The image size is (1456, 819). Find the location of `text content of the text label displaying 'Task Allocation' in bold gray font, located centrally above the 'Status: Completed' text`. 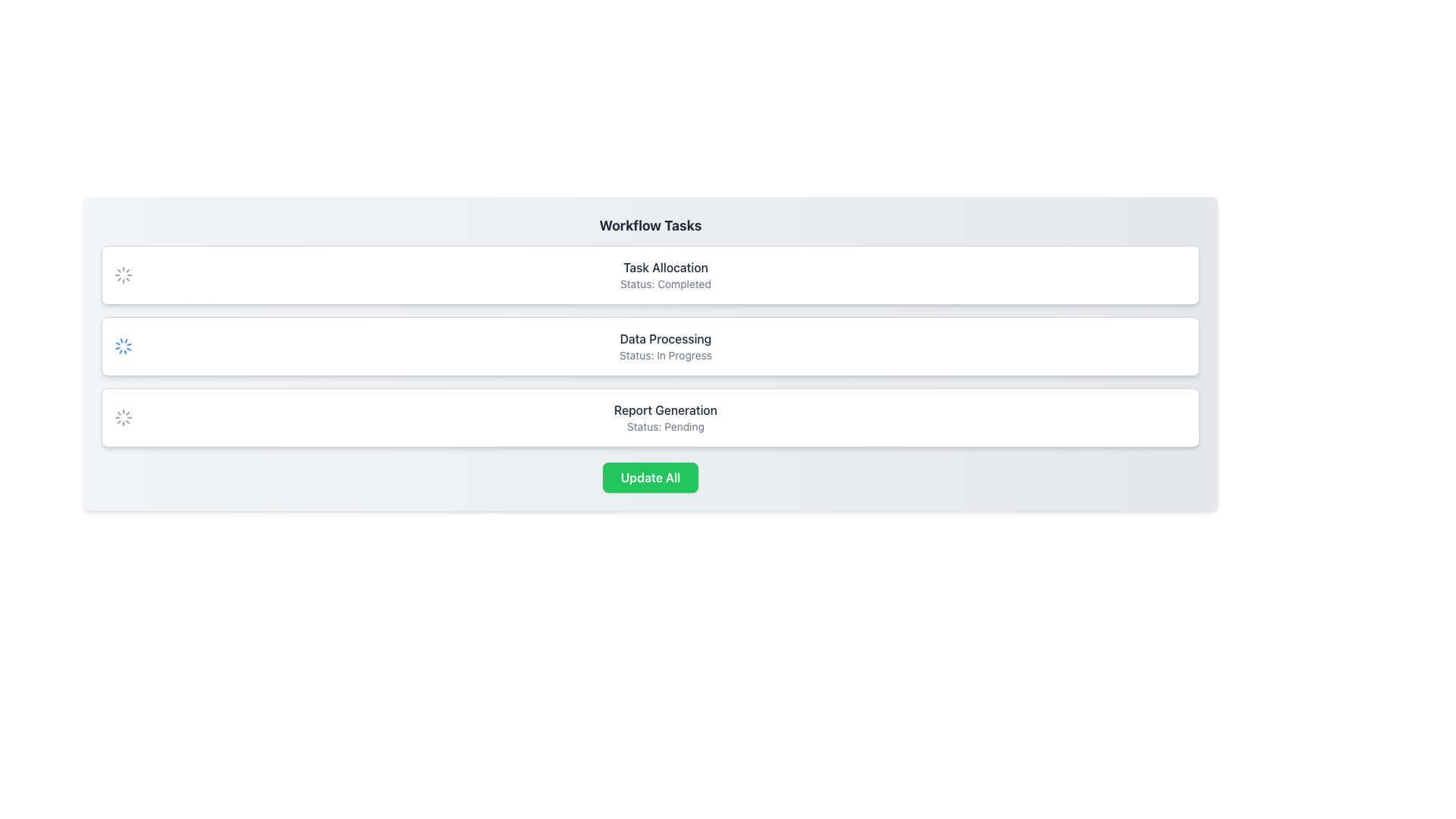

text content of the text label displaying 'Task Allocation' in bold gray font, located centrally above the 'Status: Completed' text is located at coordinates (666, 267).